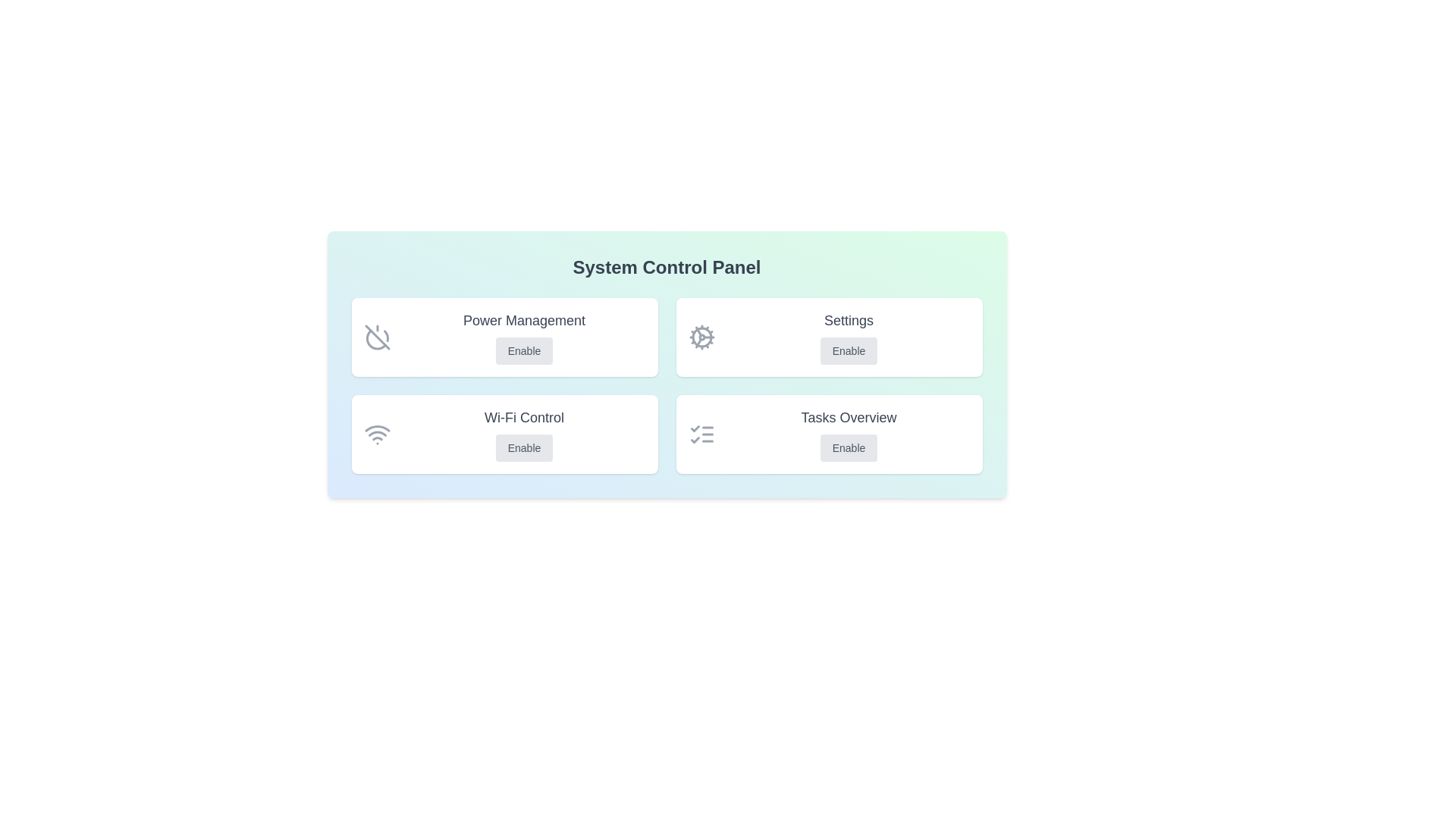 This screenshot has height=819, width=1456. I want to click on the 'Enable' button located beneath the 'Power Management' label in the upper-left cell of the grid, so click(524, 336).